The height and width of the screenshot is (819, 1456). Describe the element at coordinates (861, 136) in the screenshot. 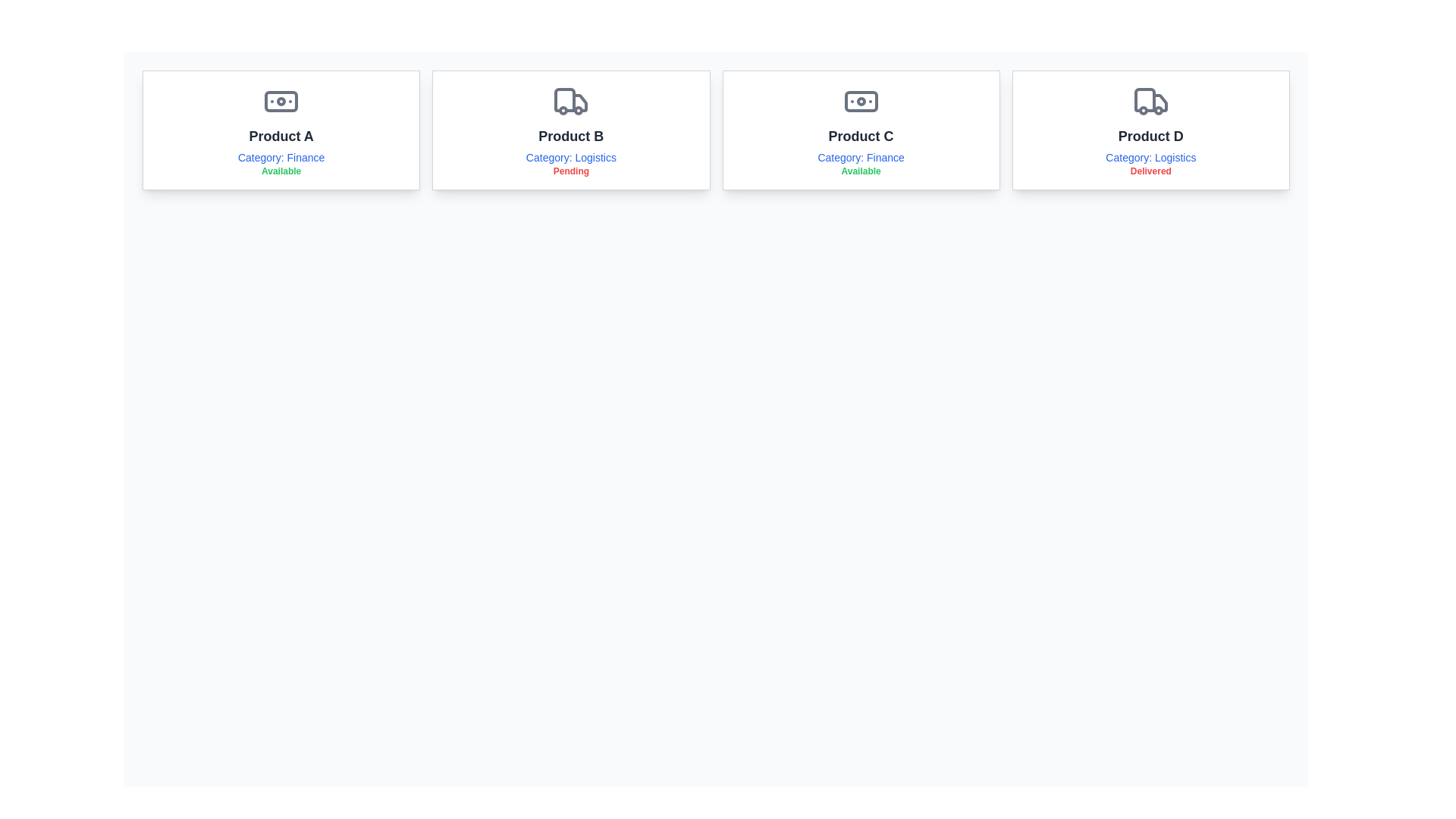

I see `the text label displaying 'Product C', which is styled in bold and dark gray, positioned within a product card` at that location.